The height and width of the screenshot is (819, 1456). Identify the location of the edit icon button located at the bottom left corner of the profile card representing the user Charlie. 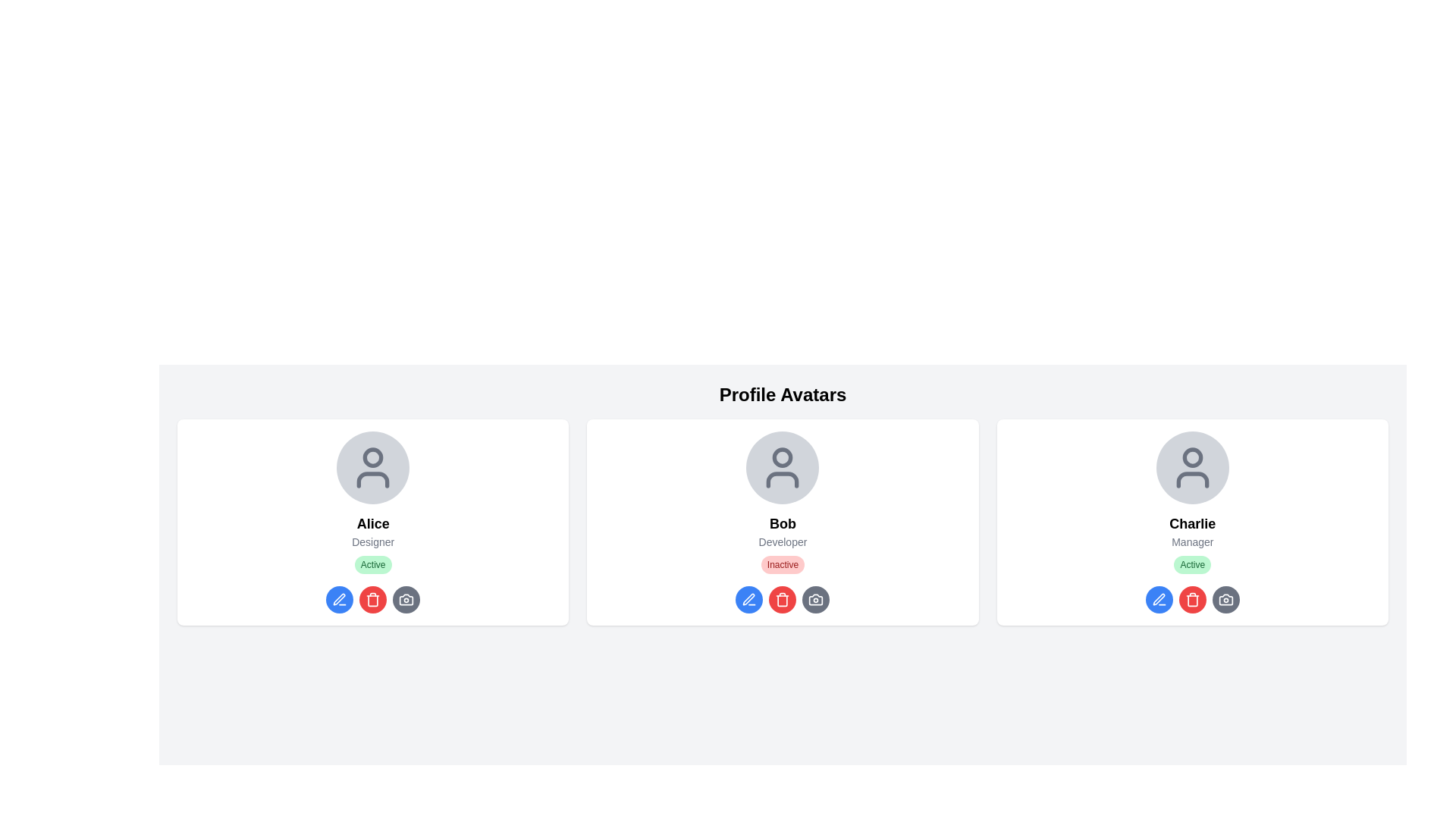
(1158, 598).